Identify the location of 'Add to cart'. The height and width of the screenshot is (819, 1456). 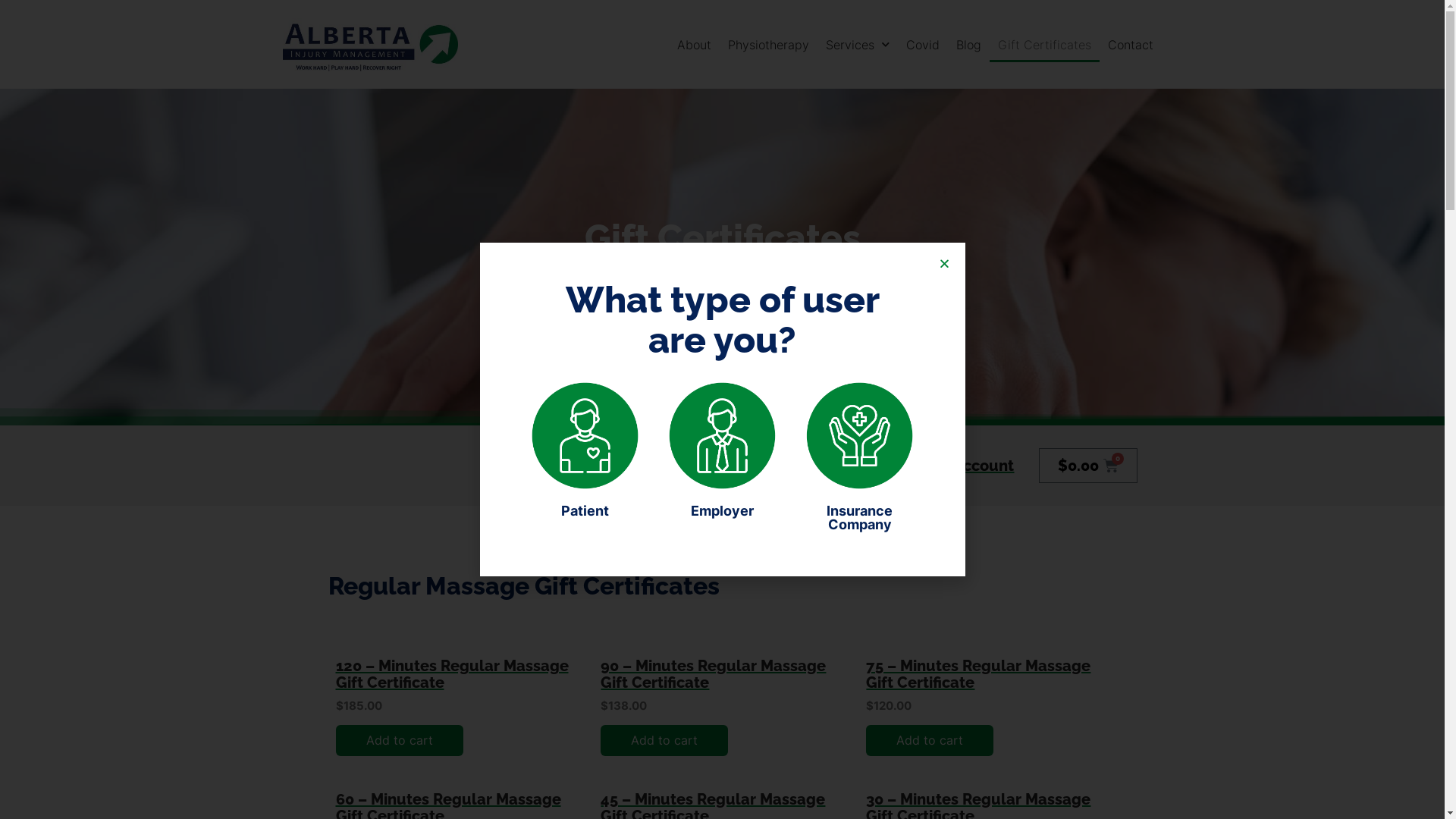
(664, 739).